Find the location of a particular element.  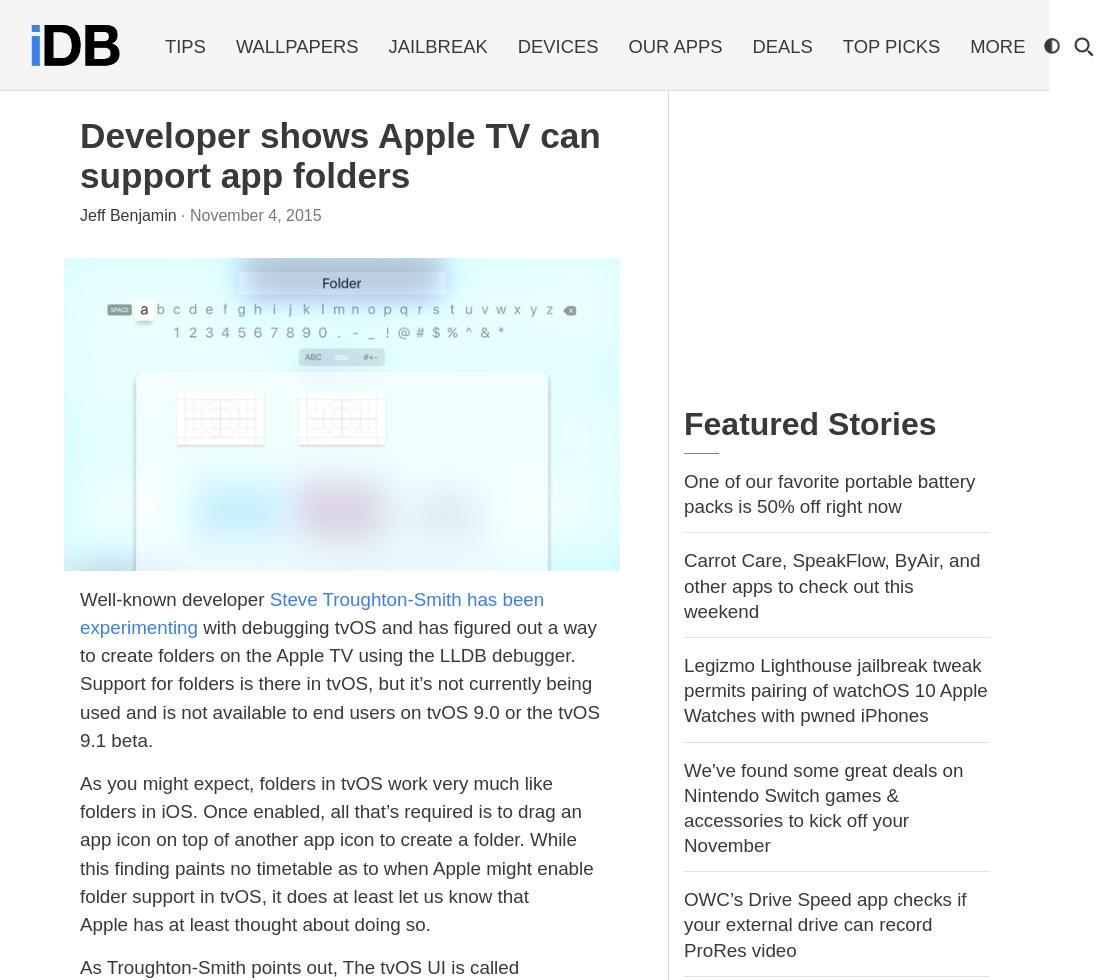

'Carrot Care, SpeakFlow, ByAir, and other apps to check out this weekend' is located at coordinates (830, 585).